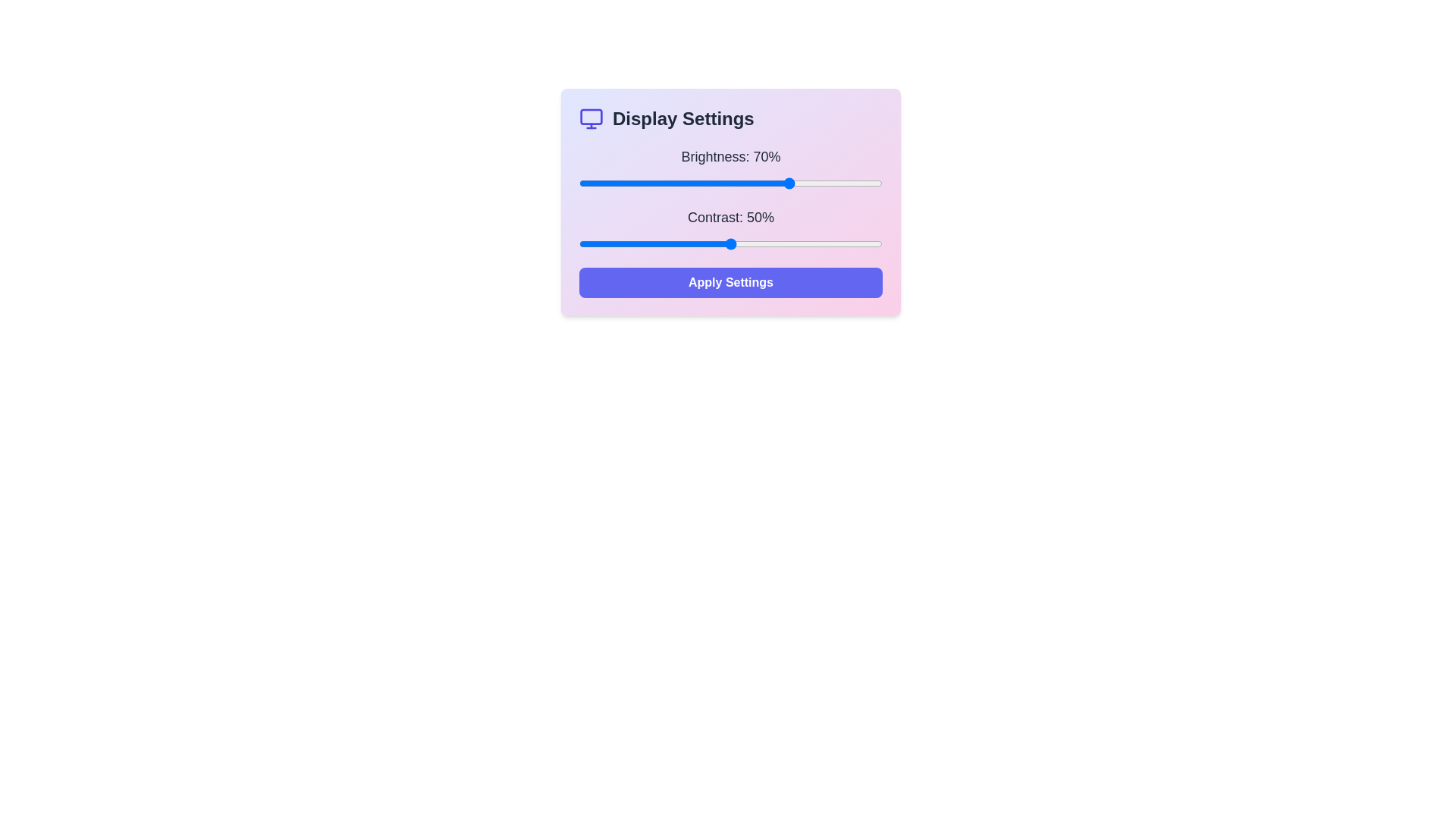 Image resolution: width=1456 pixels, height=819 pixels. What do you see at coordinates (867, 243) in the screenshot?
I see `the contrast slider to 95%` at bounding box center [867, 243].